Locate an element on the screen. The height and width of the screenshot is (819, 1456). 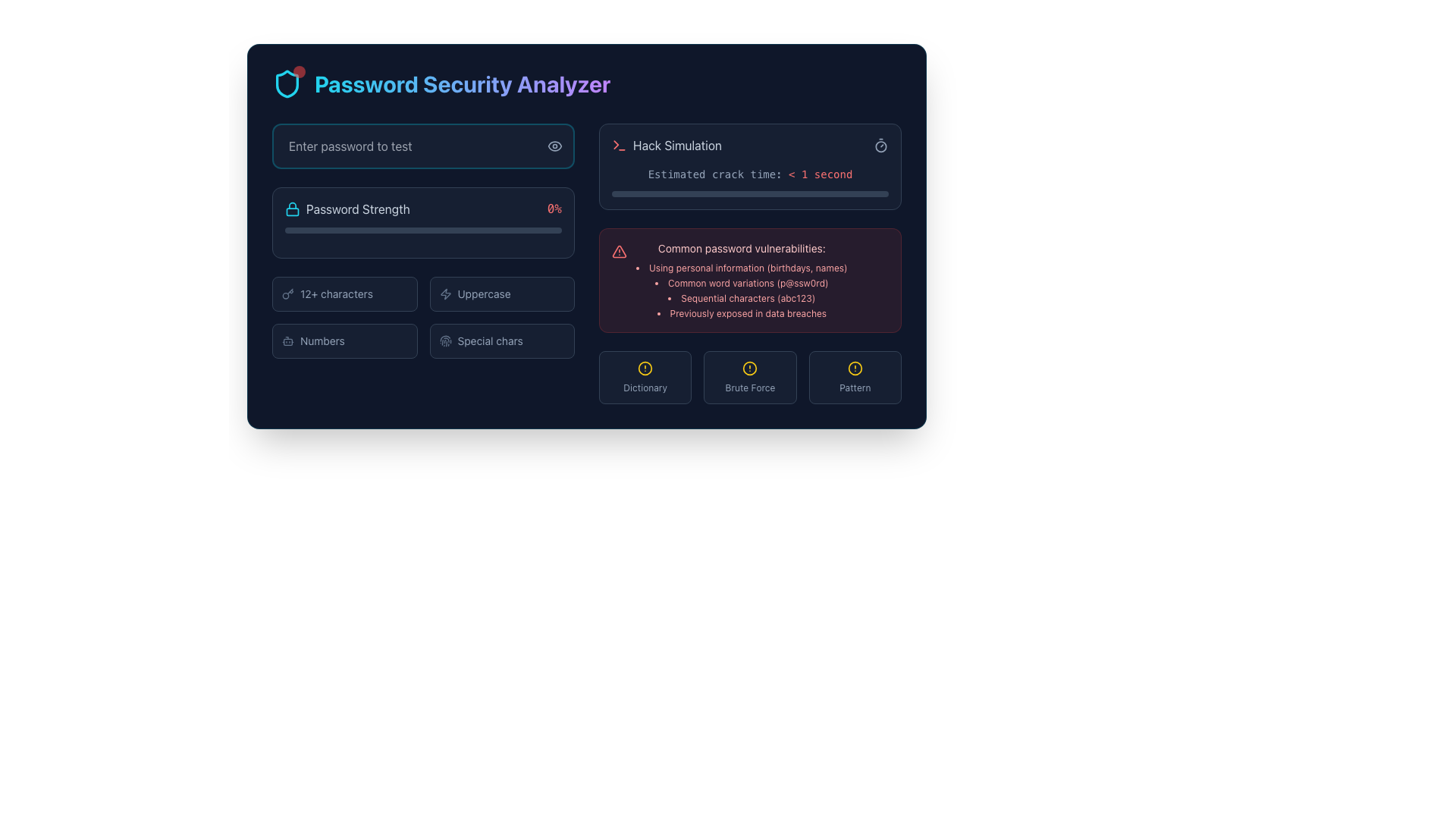
the small key icon with a minimalist design located to the left of the text '12+ characters' in the password requirement section is located at coordinates (287, 294).